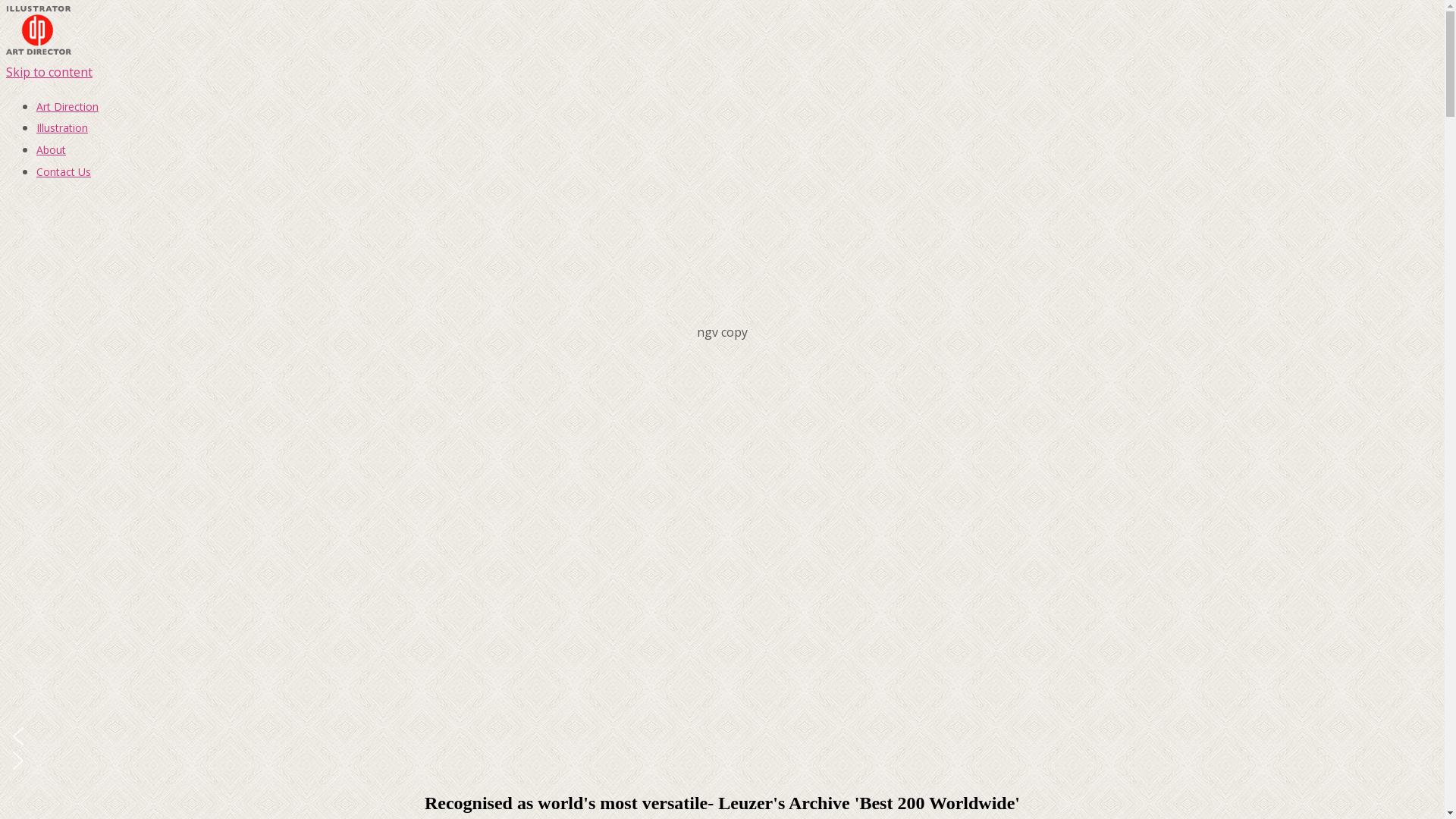  What do you see at coordinates (39, 49) in the screenshot?
I see `' '` at bounding box center [39, 49].